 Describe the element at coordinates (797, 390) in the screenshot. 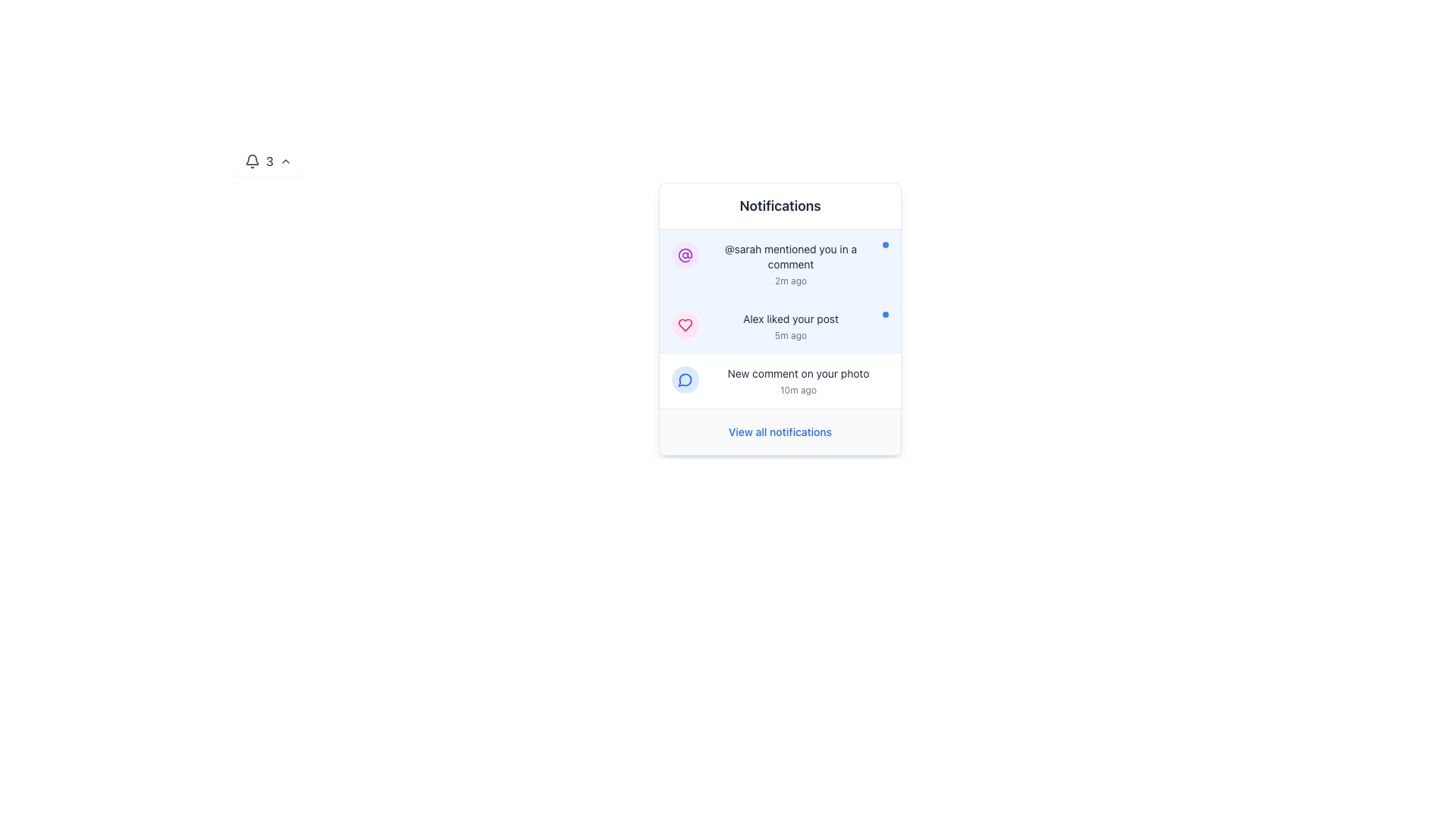

I see `the timestamp text label that indicates when a new comment on a photo occurred, located under the 'New comment on your photo' description within the notification card` at that location.